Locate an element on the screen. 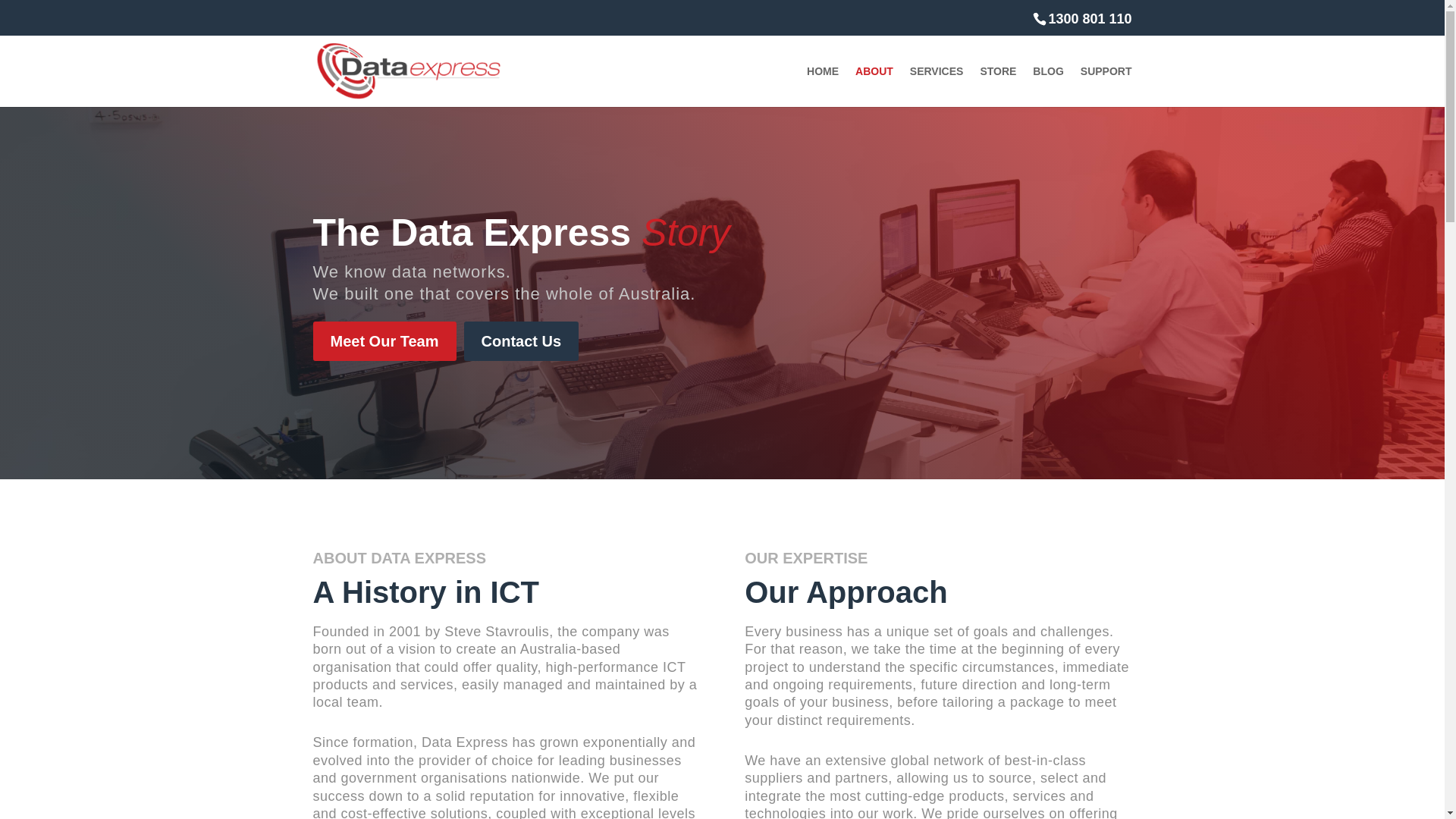  '1300 801 110' is located at coordinates (1081, 17).